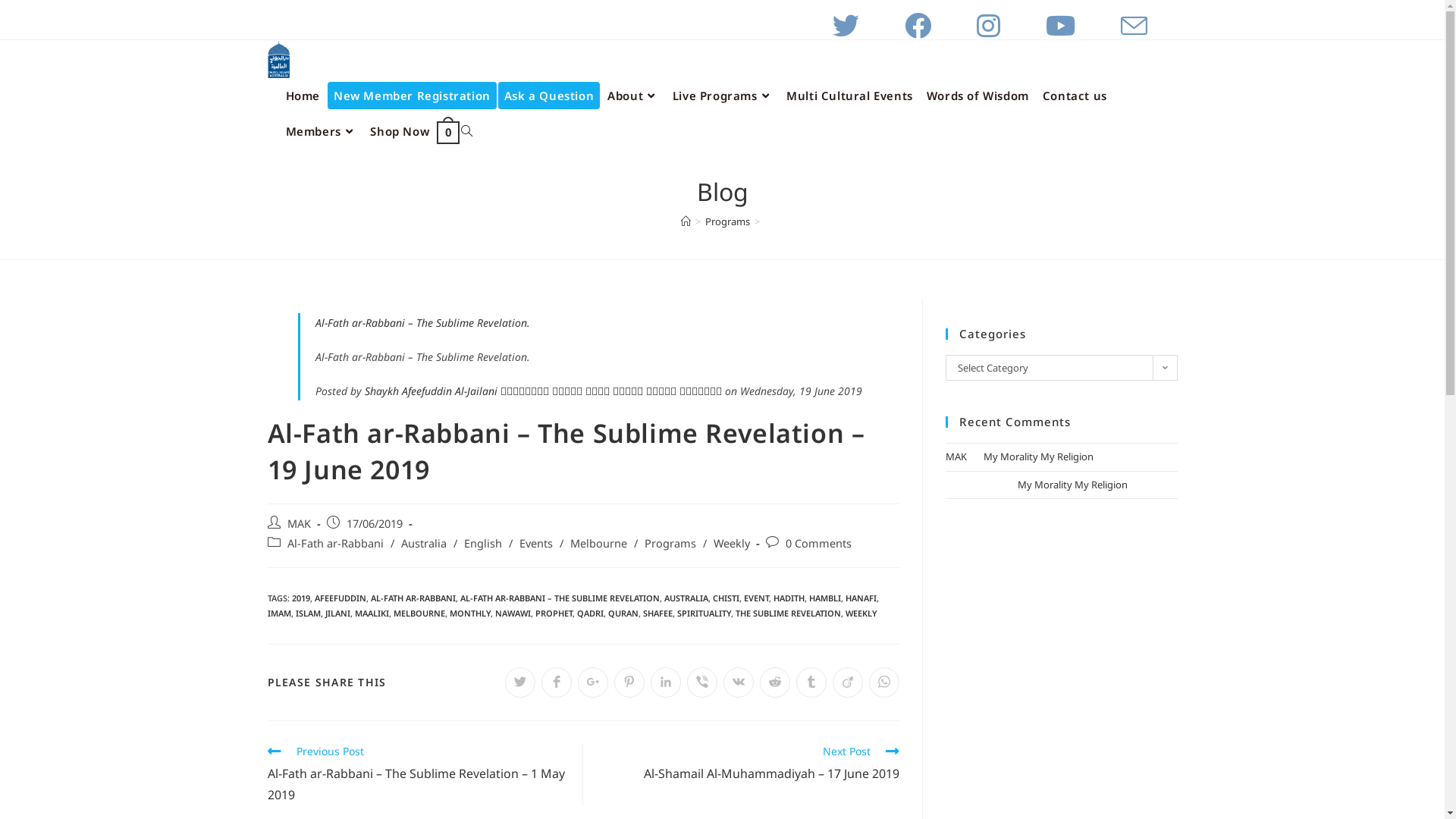 The width and height of the screenshot is (1456, 819). What do you see at coordinates (323, 612) in the screenshot?
I see `'JILANI'` at bounding box center [323, 612].